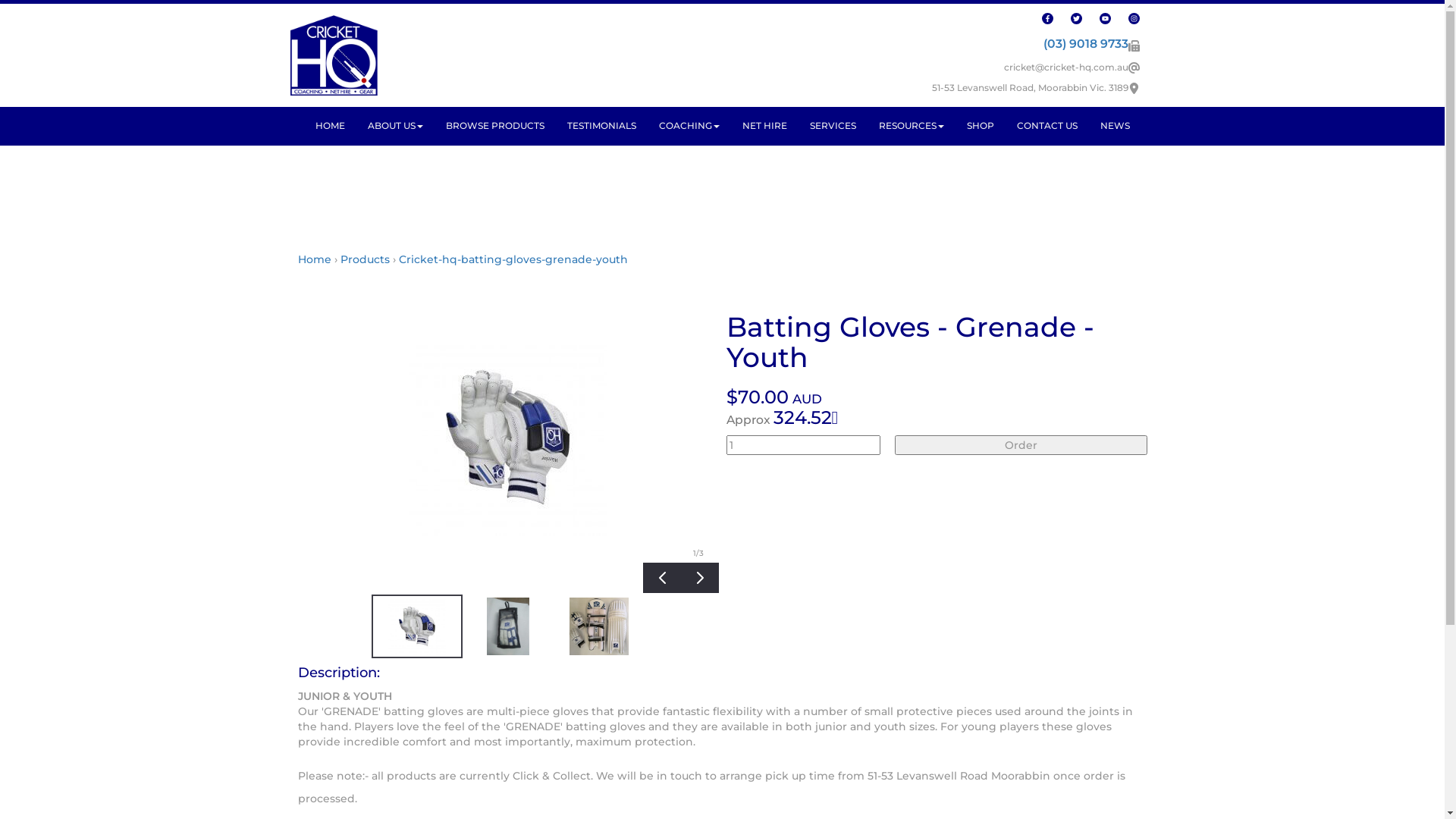  What do you see at coordinates (688, 124) in the screenshot?
I see `'COACHING'` at bounding box center [688, 124].